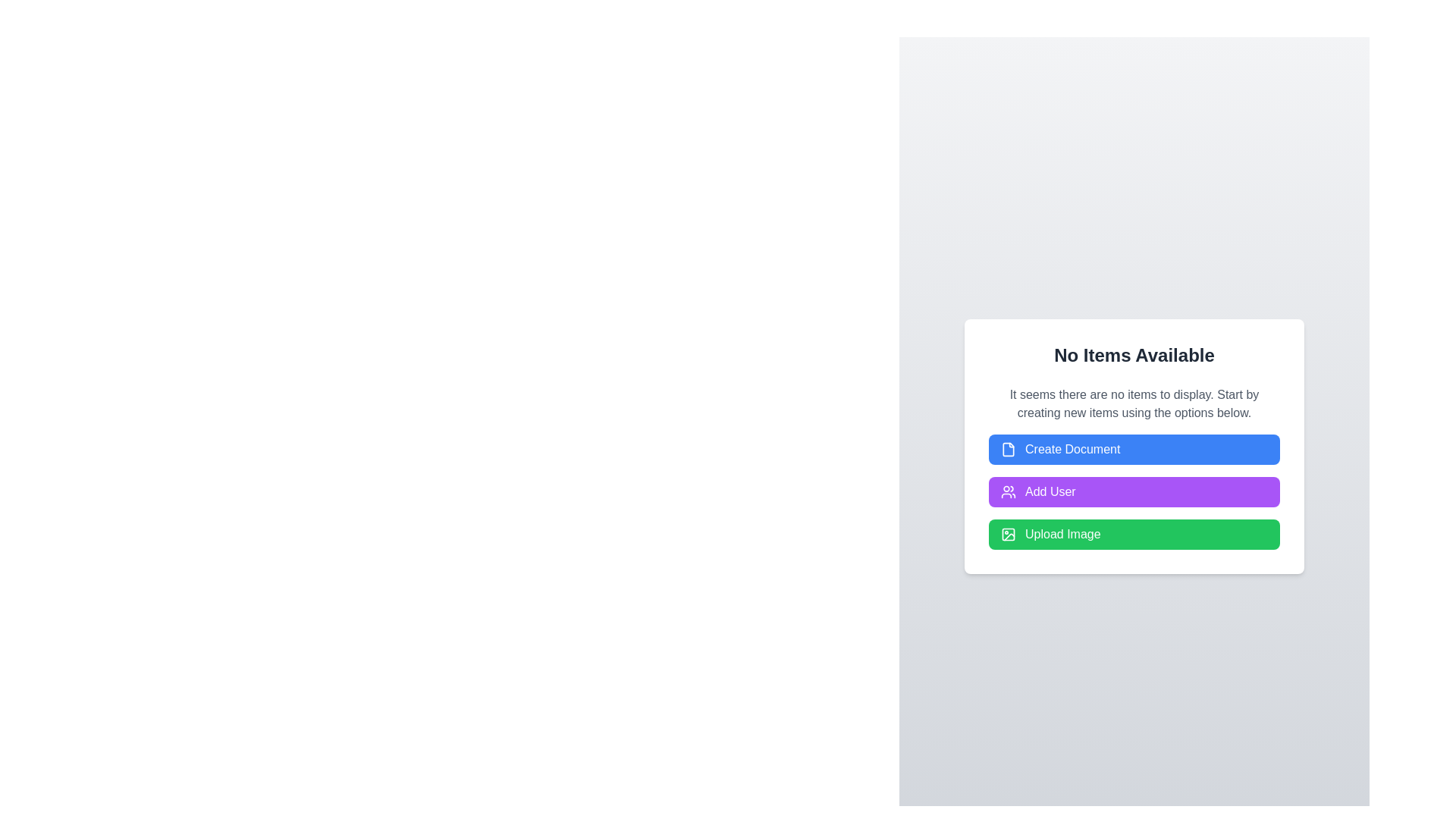  Describe the element at coordinates (1008, 534) in the screenshot. I see `the styling of the decorative shape within the 'Upload Image' button, which is the third button from the top in the user interface card` at that location.